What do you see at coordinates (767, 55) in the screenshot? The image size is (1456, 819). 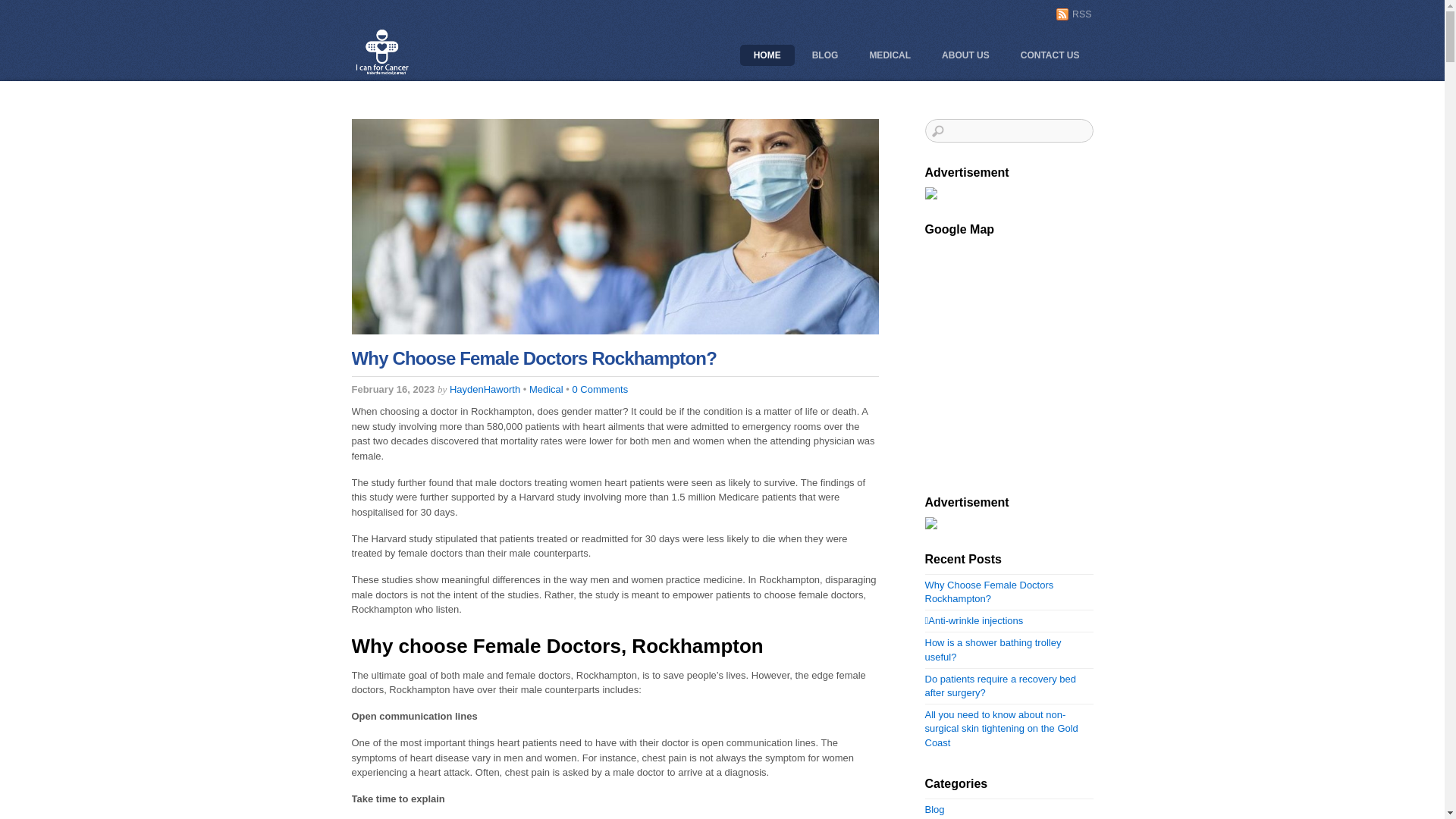 I see `'HOME'` at bounding box center [767, 55].